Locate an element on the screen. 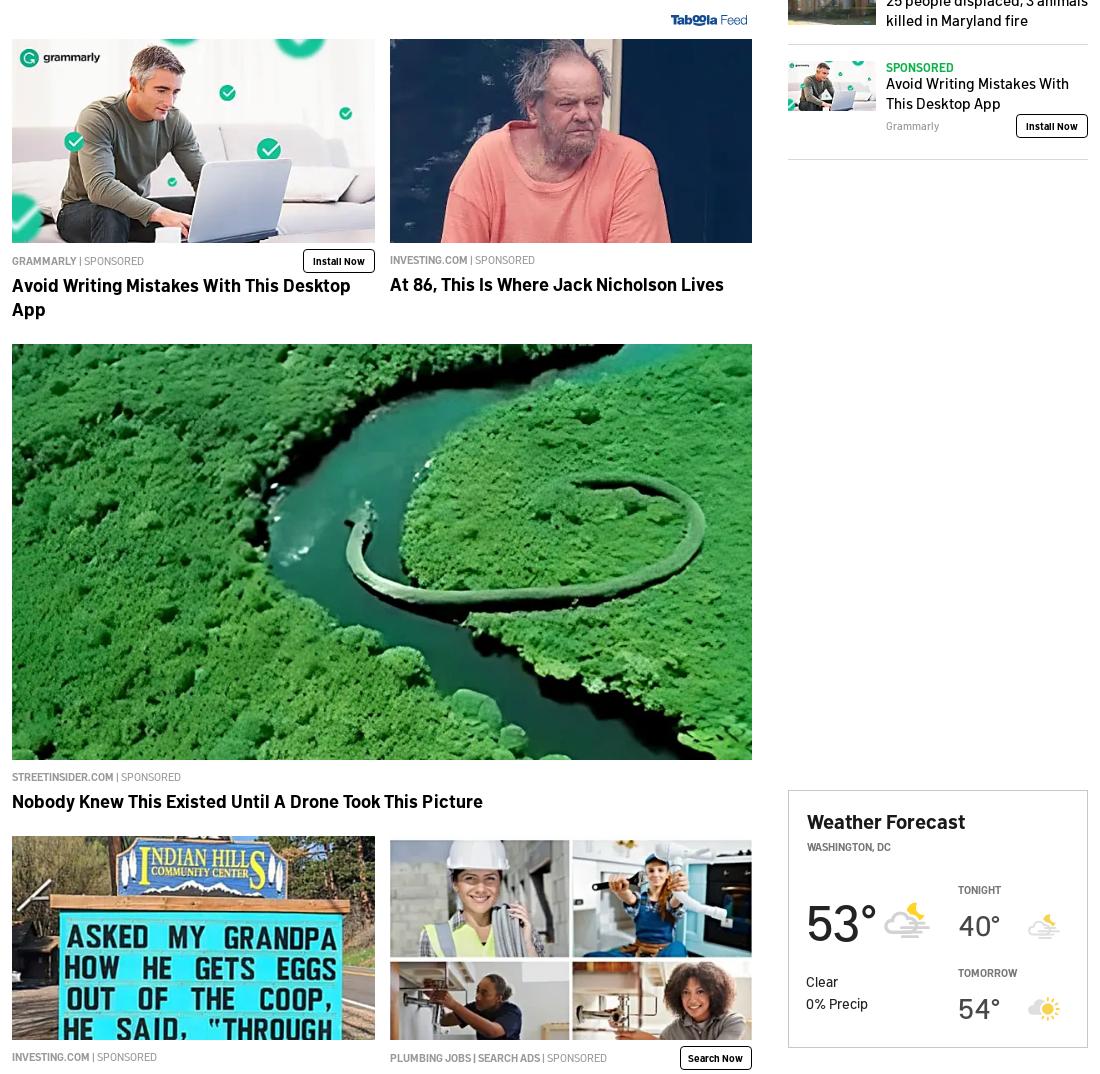 This screenshot has width=1100, height=1074. 'Clear' is located at coordinates (822, 979).